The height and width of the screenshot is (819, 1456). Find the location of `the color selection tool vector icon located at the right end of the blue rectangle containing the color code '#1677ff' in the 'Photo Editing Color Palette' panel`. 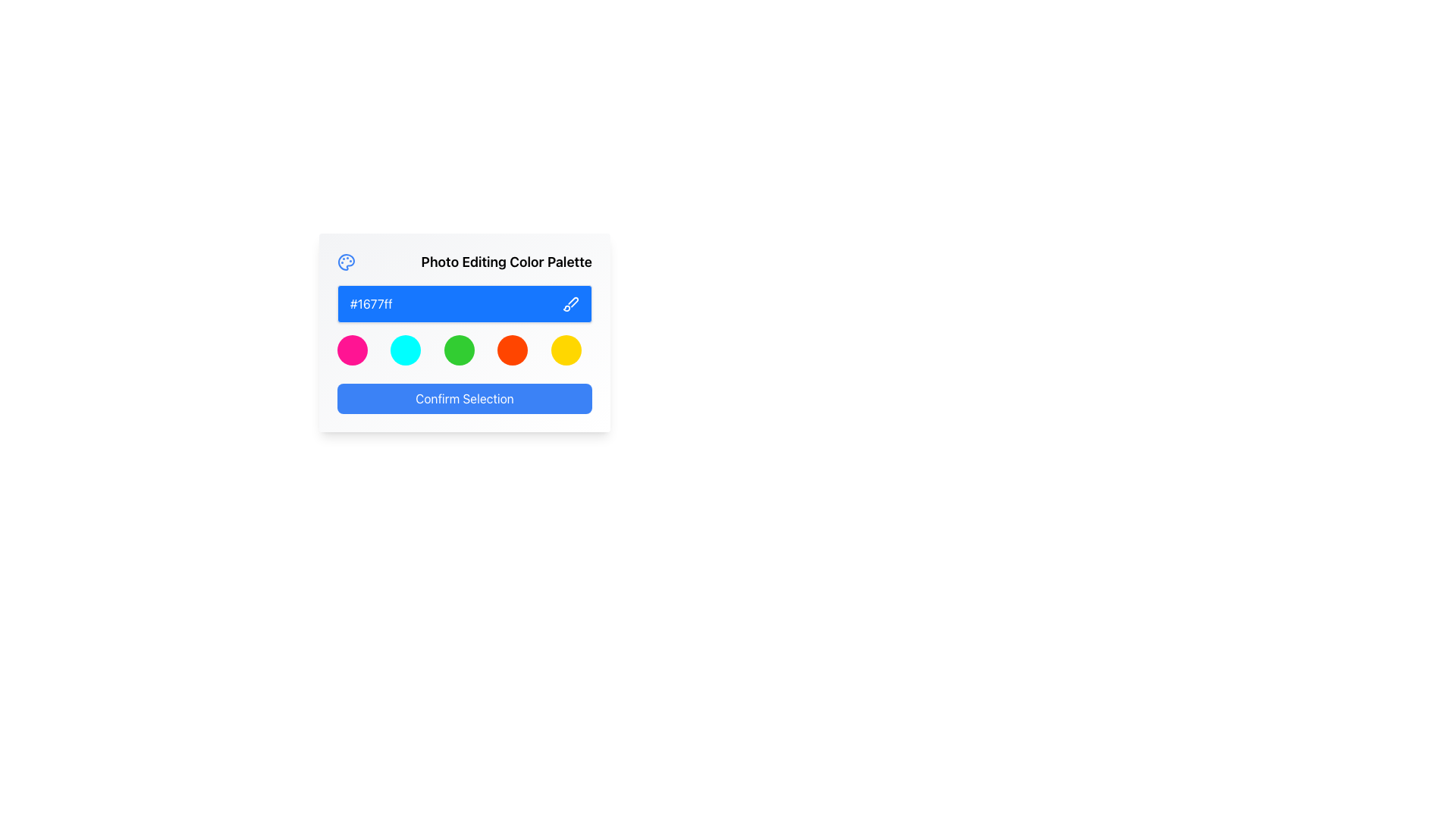

the color selection tool vector icon located at the right end of the blue rectangle containing the color code '#1677ff' in the 'Photo Editing Color Palette' panel is located at coordinates (570, 304).